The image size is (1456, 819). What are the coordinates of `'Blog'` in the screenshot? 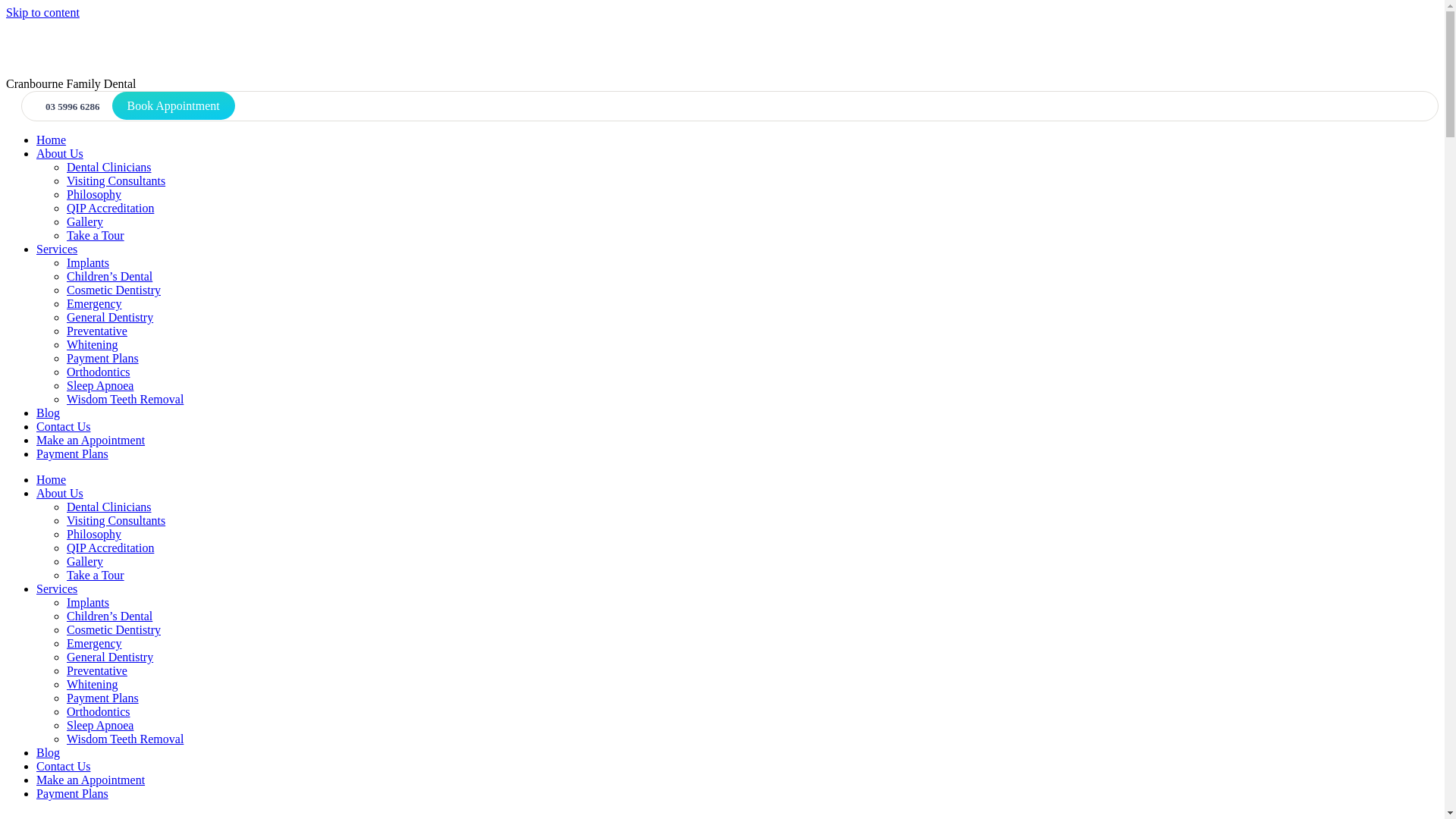 It's located at (48, 752).